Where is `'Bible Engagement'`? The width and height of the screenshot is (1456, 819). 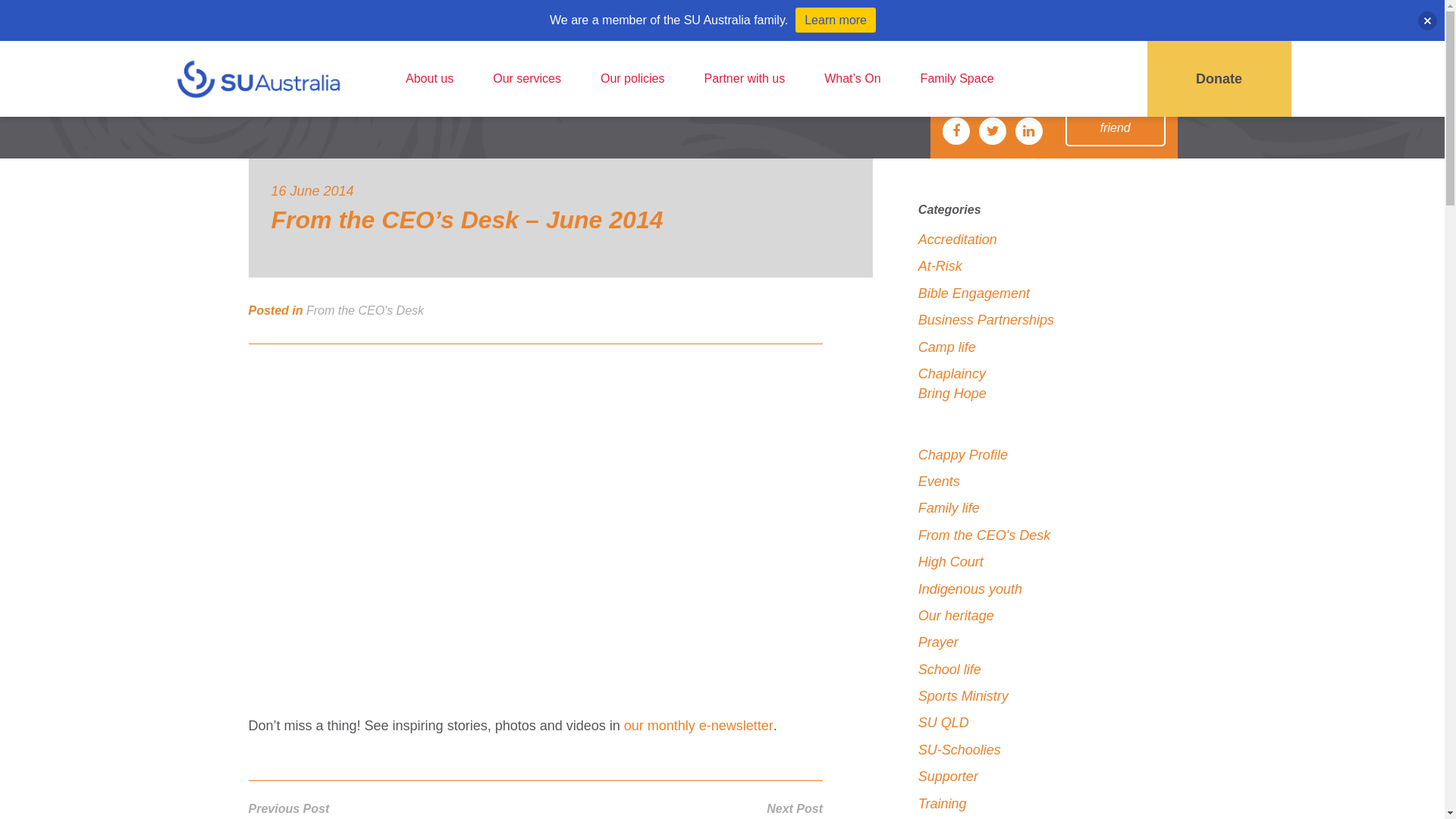 'Bible Engagement' is located at coordinates (974, 293).